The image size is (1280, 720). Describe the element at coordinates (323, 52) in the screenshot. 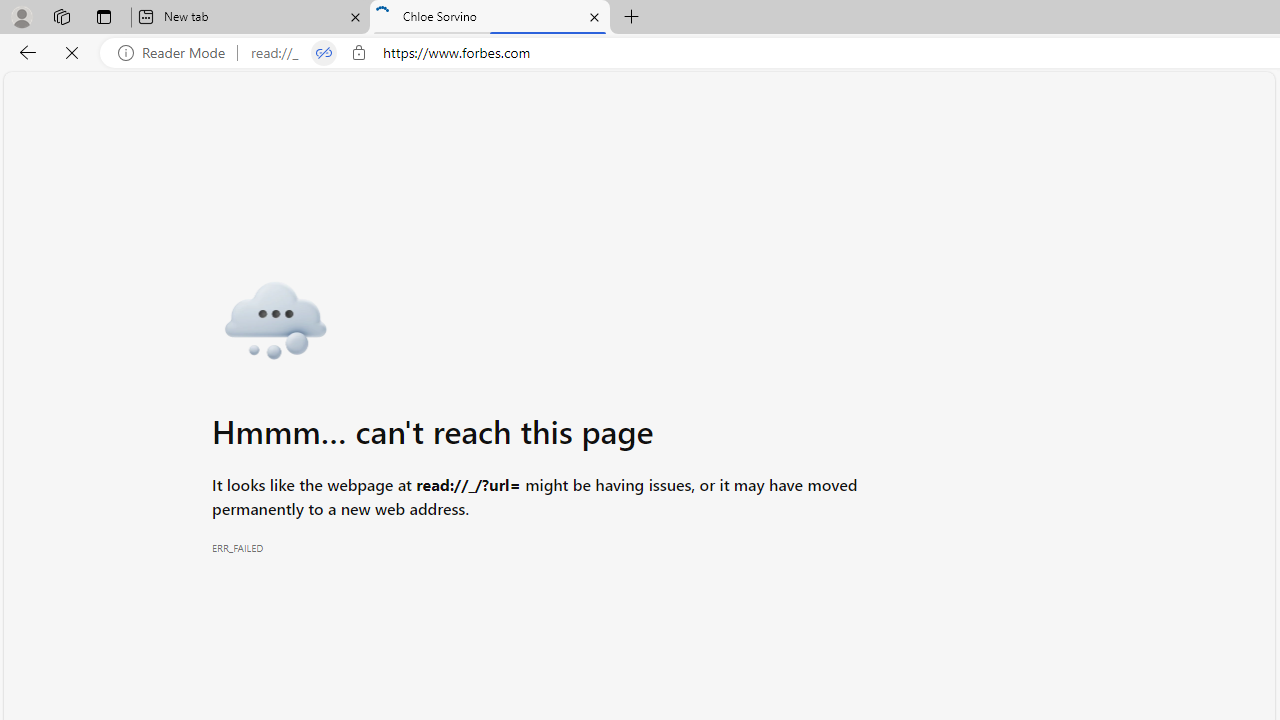

I see `'Tabs in split screen'` at that location.